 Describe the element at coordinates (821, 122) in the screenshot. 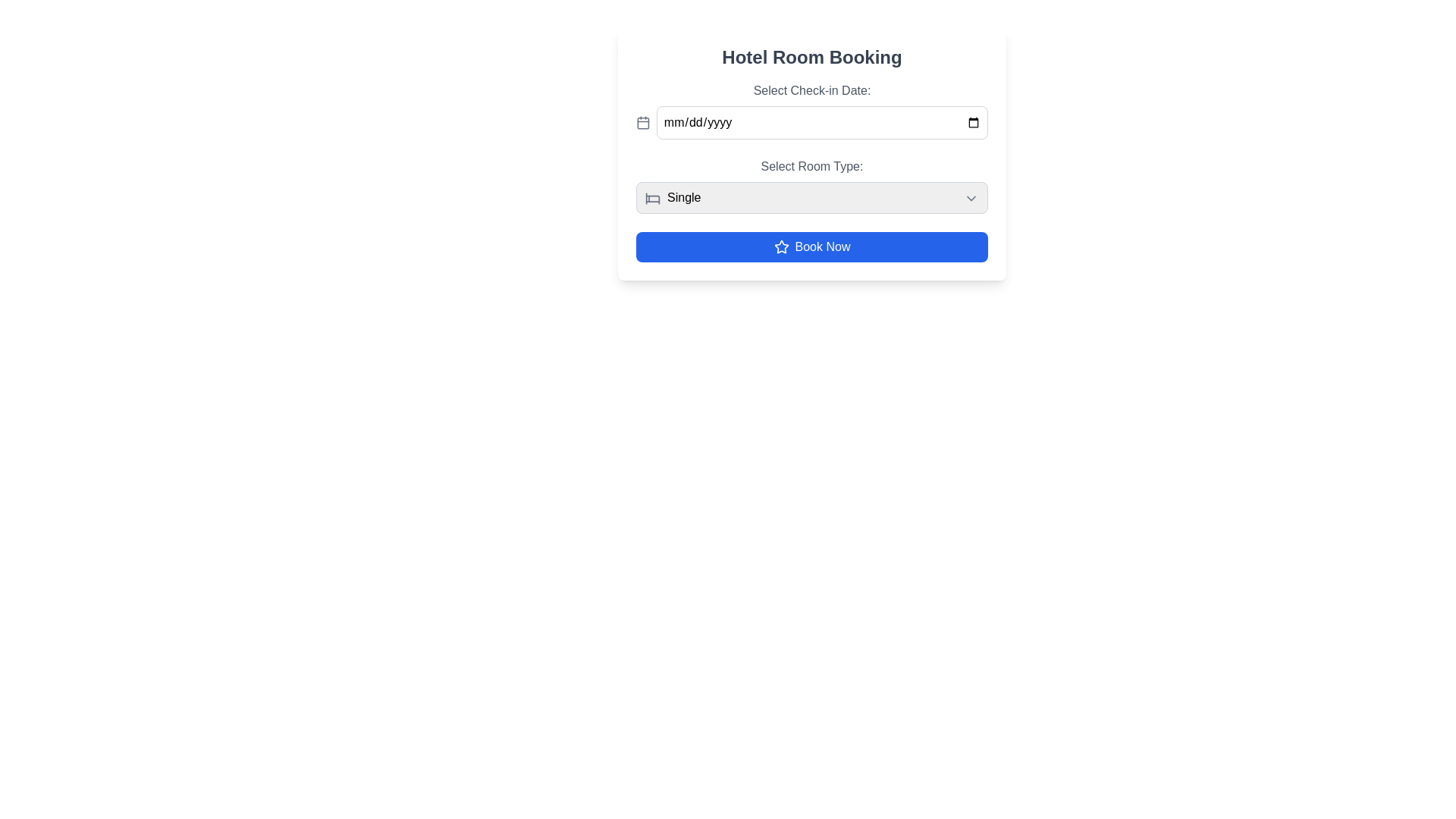

I see `a date using the date picker in the Date input field, which has a gray border and placeholder text 'mm/dd/yyyy'` at that location.